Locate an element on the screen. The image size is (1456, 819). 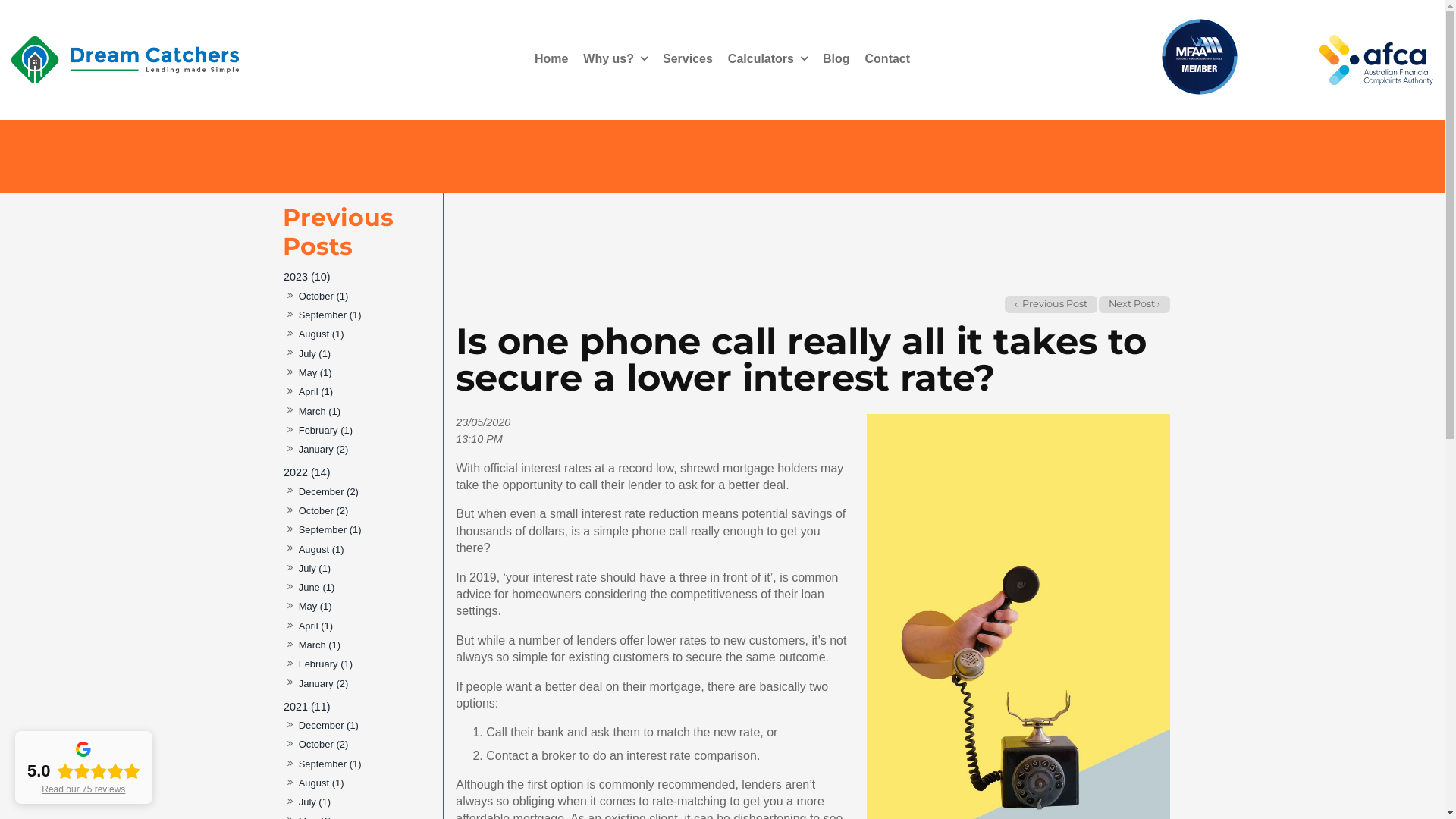
'Services' is located at coordinates (655, 58).